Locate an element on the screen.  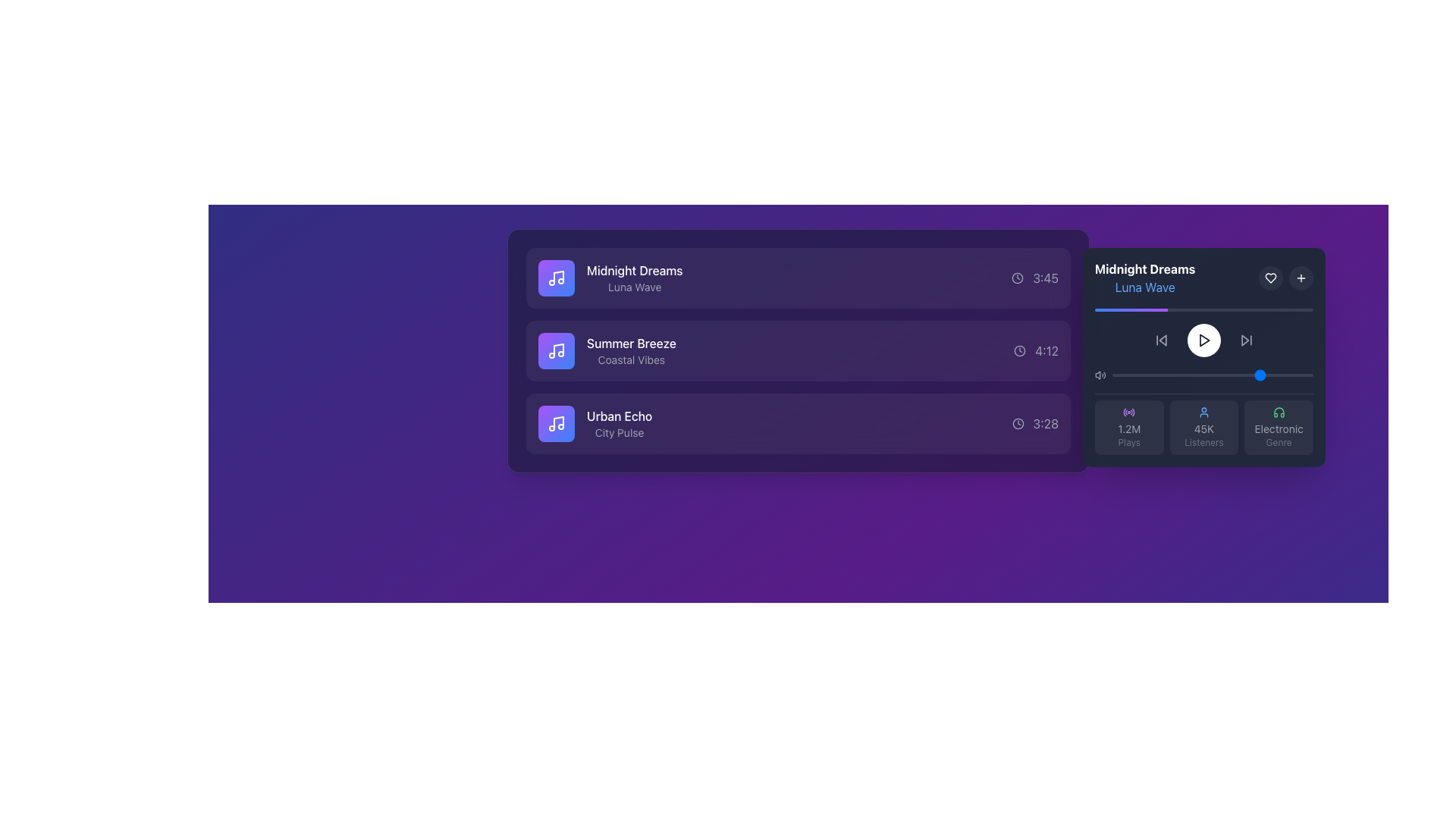
the slider is located at coordinates (1244, 375).